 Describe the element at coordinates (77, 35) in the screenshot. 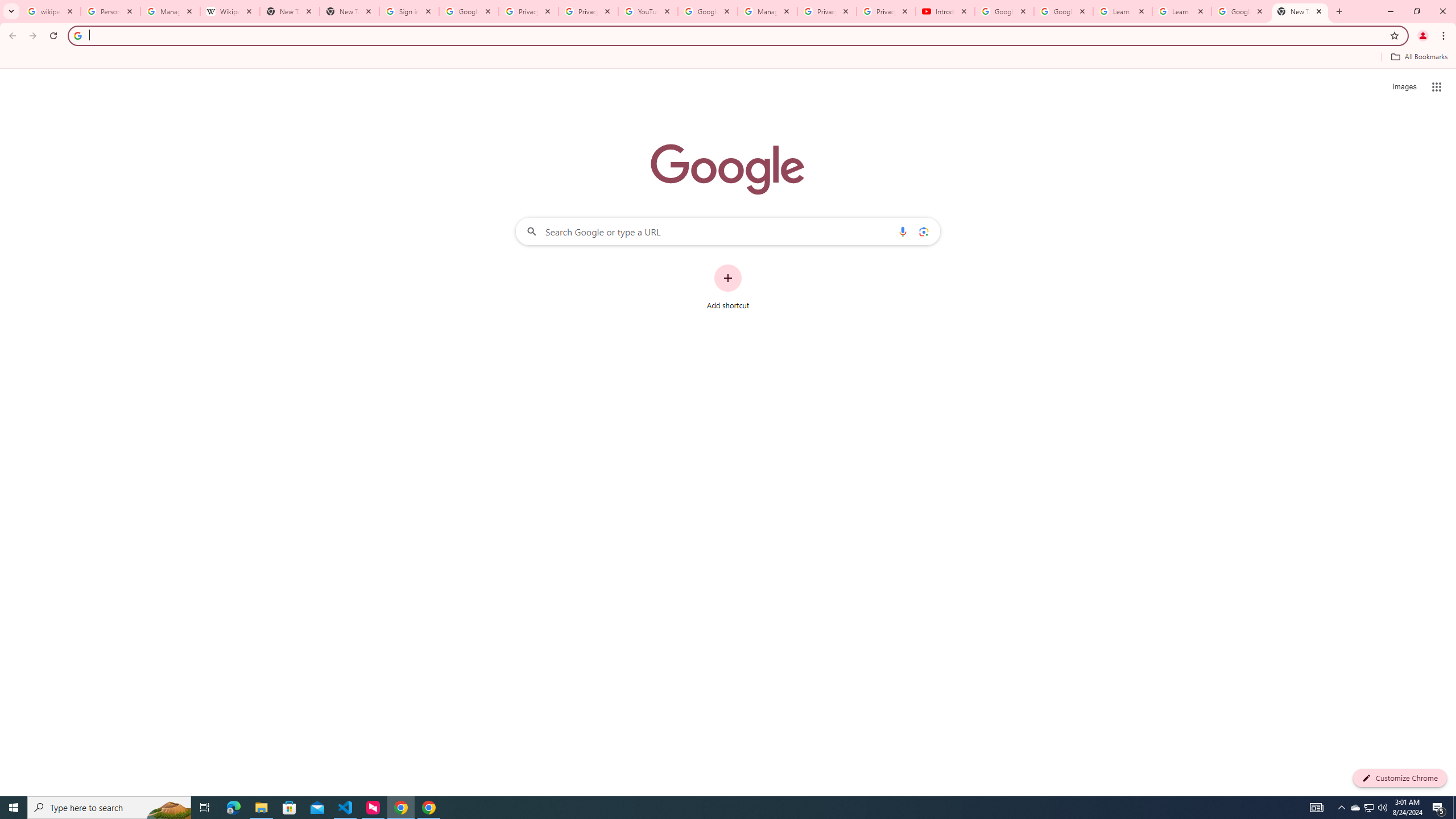

I see `'Search icon'` at that location.